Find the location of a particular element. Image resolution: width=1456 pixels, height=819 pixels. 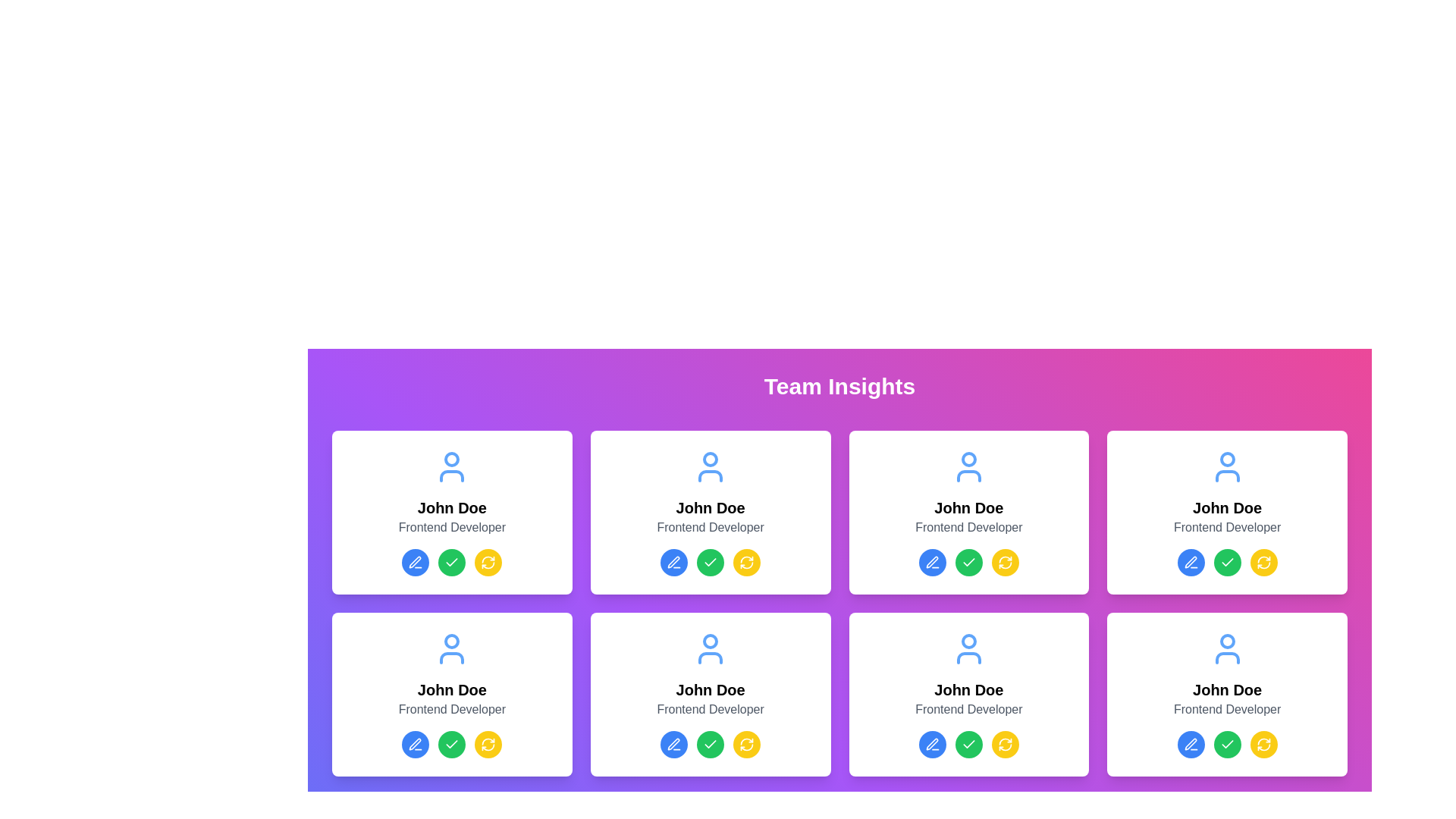

the circular green button with a white checkmark icon located in the rightmost card of the top row, which is the second button among three circular buttons is located at coordinates (1227, 562).